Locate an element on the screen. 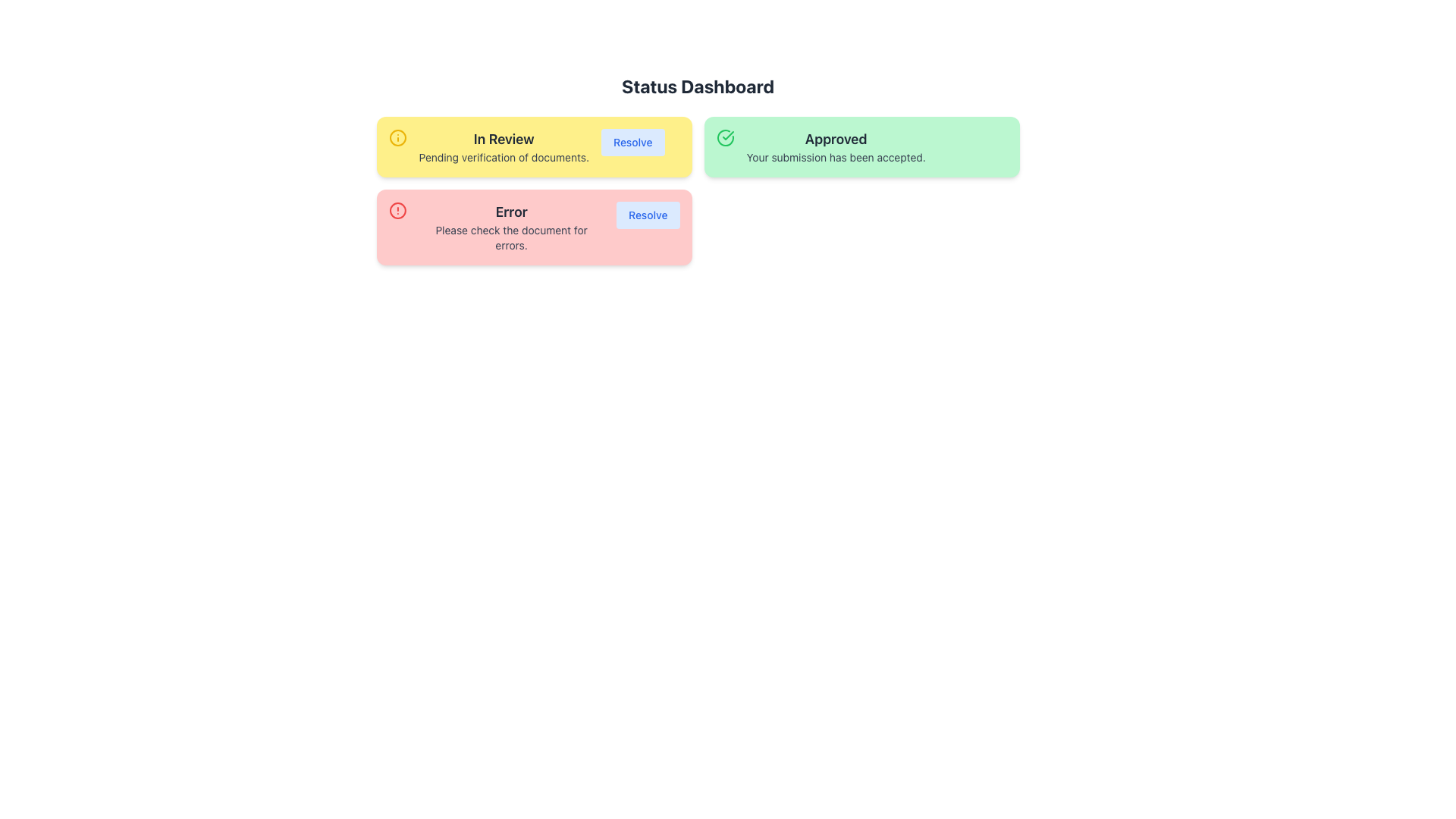  the Static Text element that indicates the approval state of a submission, positioned at the top of the green card in the 'Status Dashboard' interface is located at coordinates (835, 140).